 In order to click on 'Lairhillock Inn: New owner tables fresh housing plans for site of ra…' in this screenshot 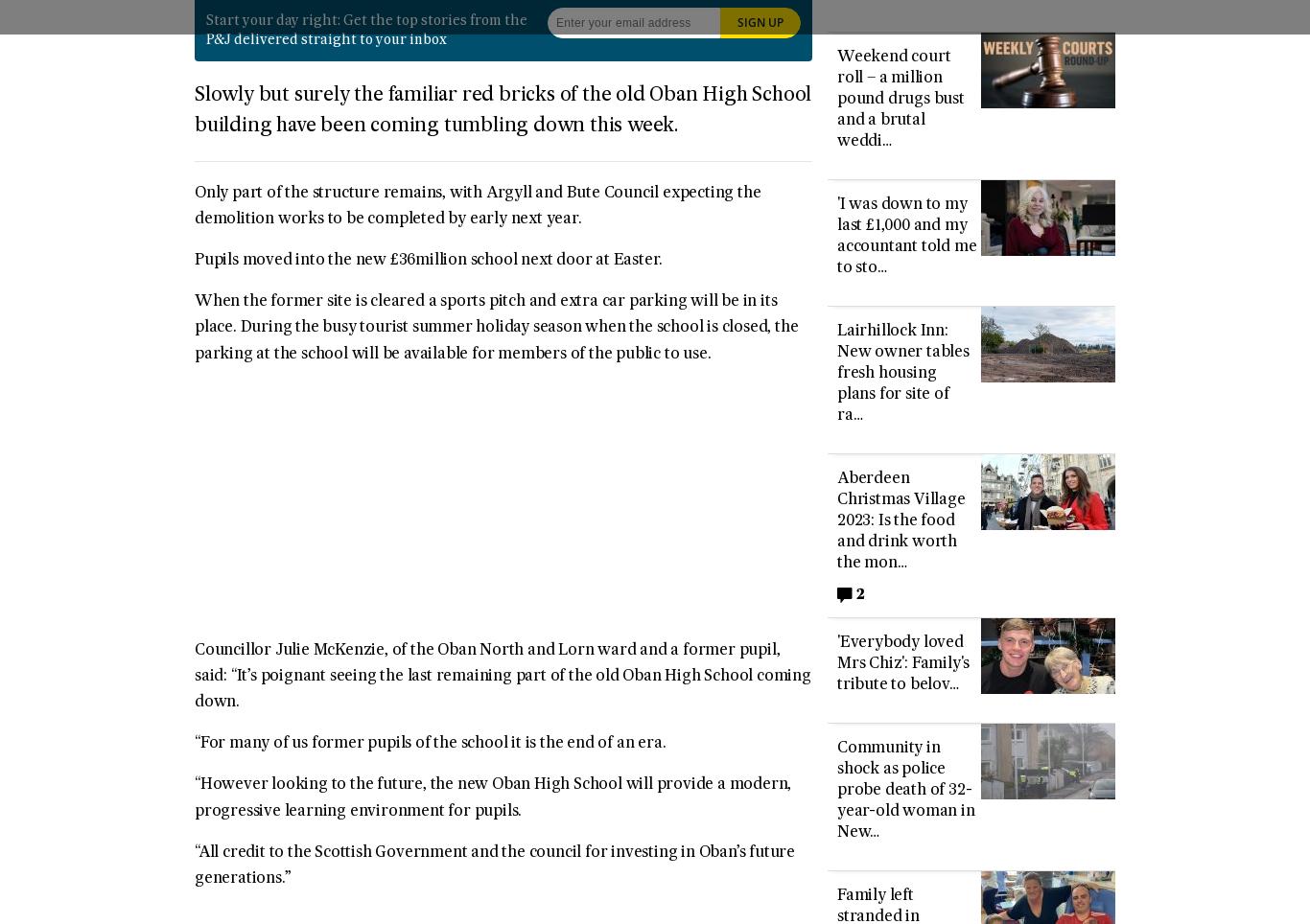, I will do `click(902, 374)`.